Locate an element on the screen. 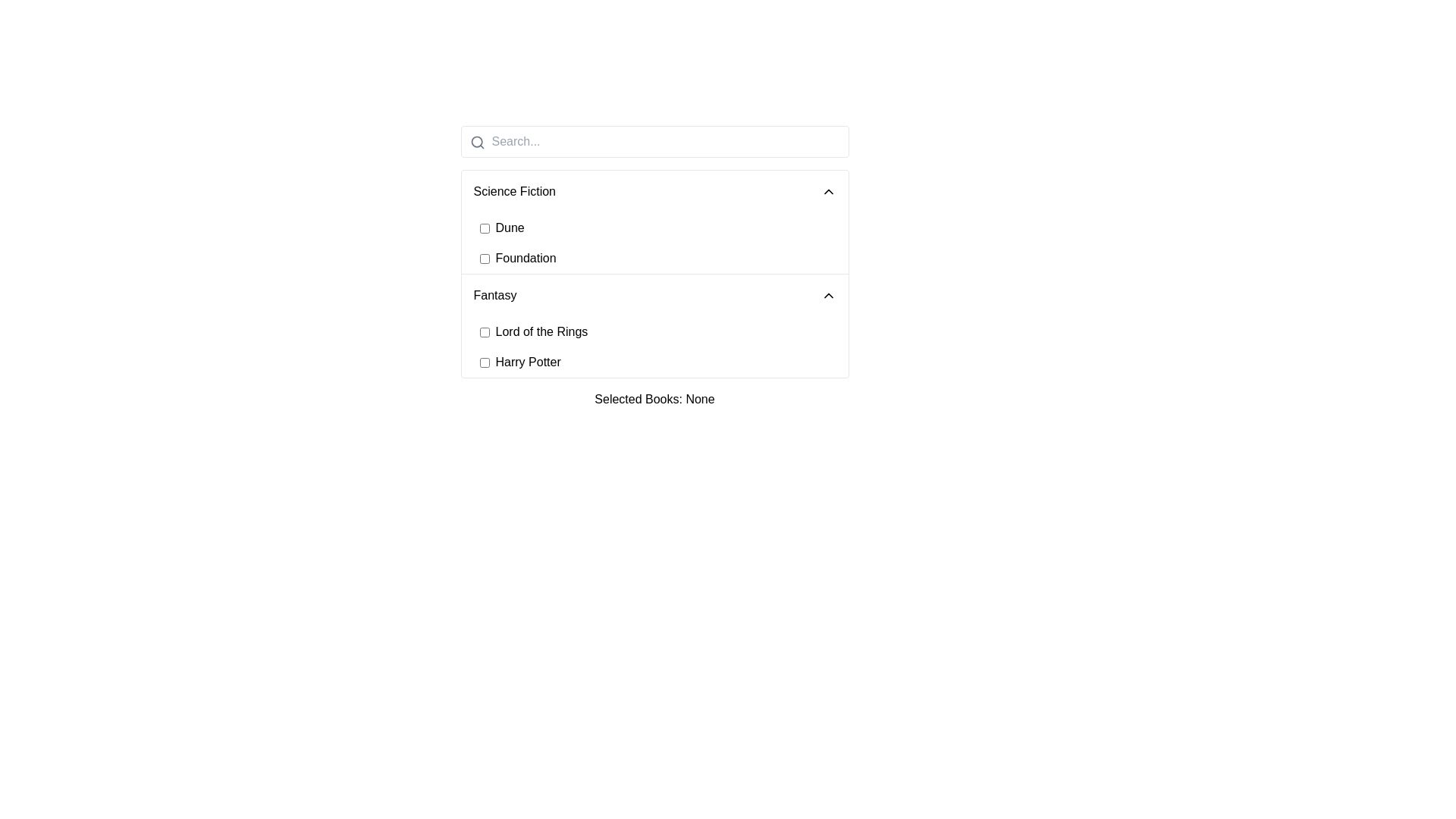 The width and height of the screenshot is (1456, 819). the text label that informs the user of their current selection of books, which is currently none, located at the bottom of the book genres and titles section is located at coordinates (654, 399).